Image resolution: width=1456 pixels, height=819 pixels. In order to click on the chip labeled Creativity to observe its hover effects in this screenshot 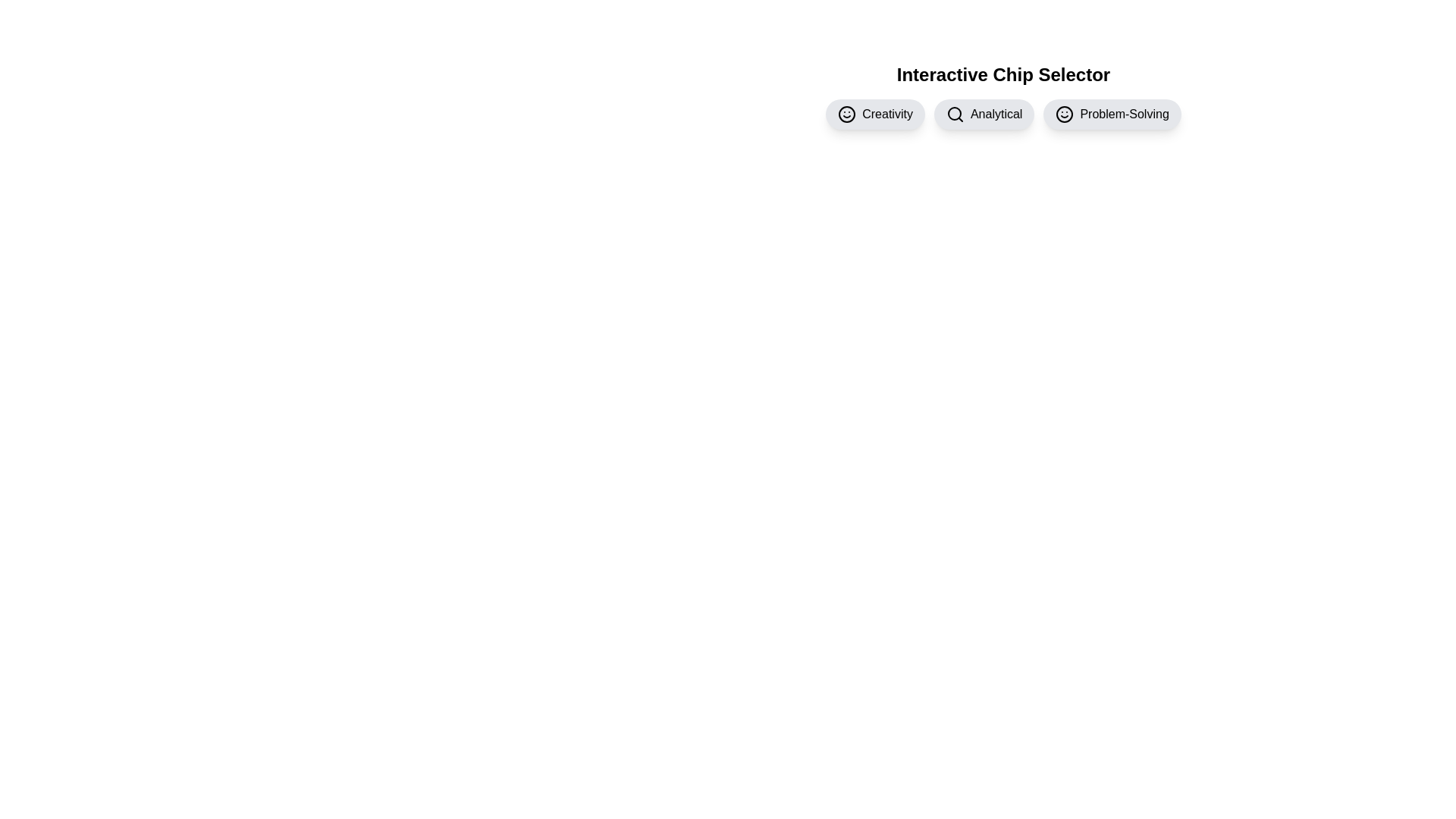, I will do `click(875, 113)`.